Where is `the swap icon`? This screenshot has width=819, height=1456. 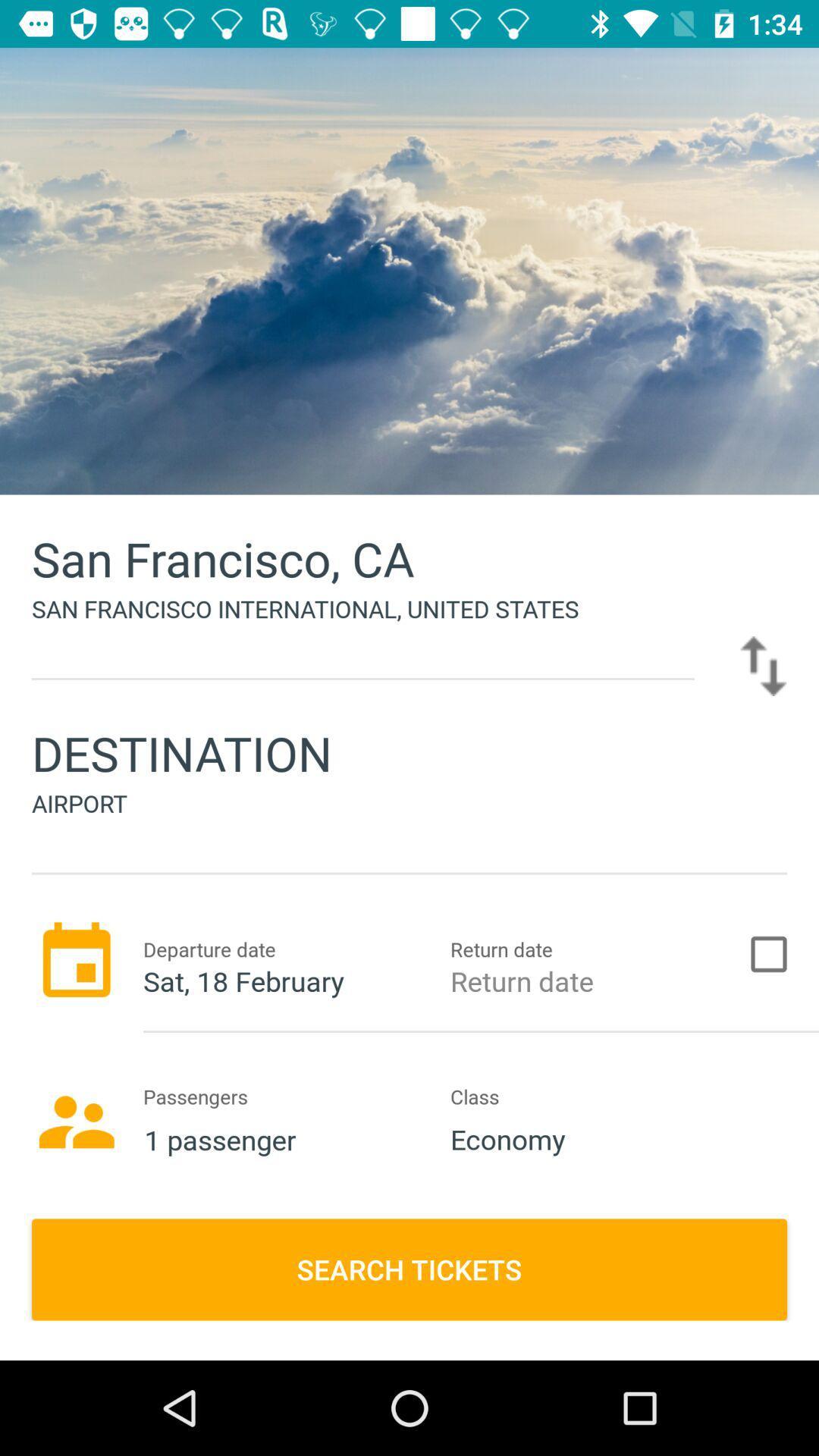 the swap icon is located at coordinates (763, 666).